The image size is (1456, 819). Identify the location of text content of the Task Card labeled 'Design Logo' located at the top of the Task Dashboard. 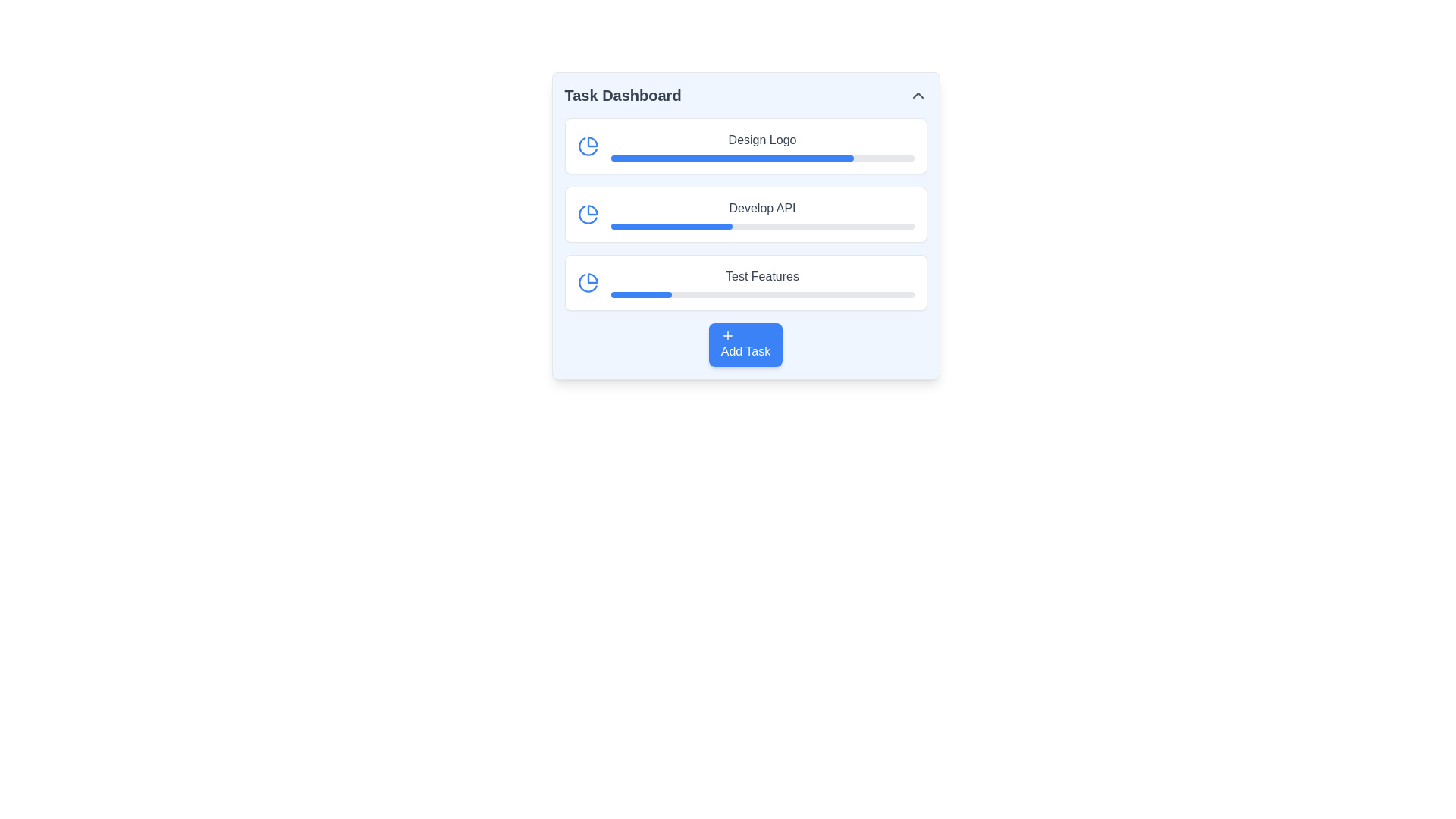
(745, 146).